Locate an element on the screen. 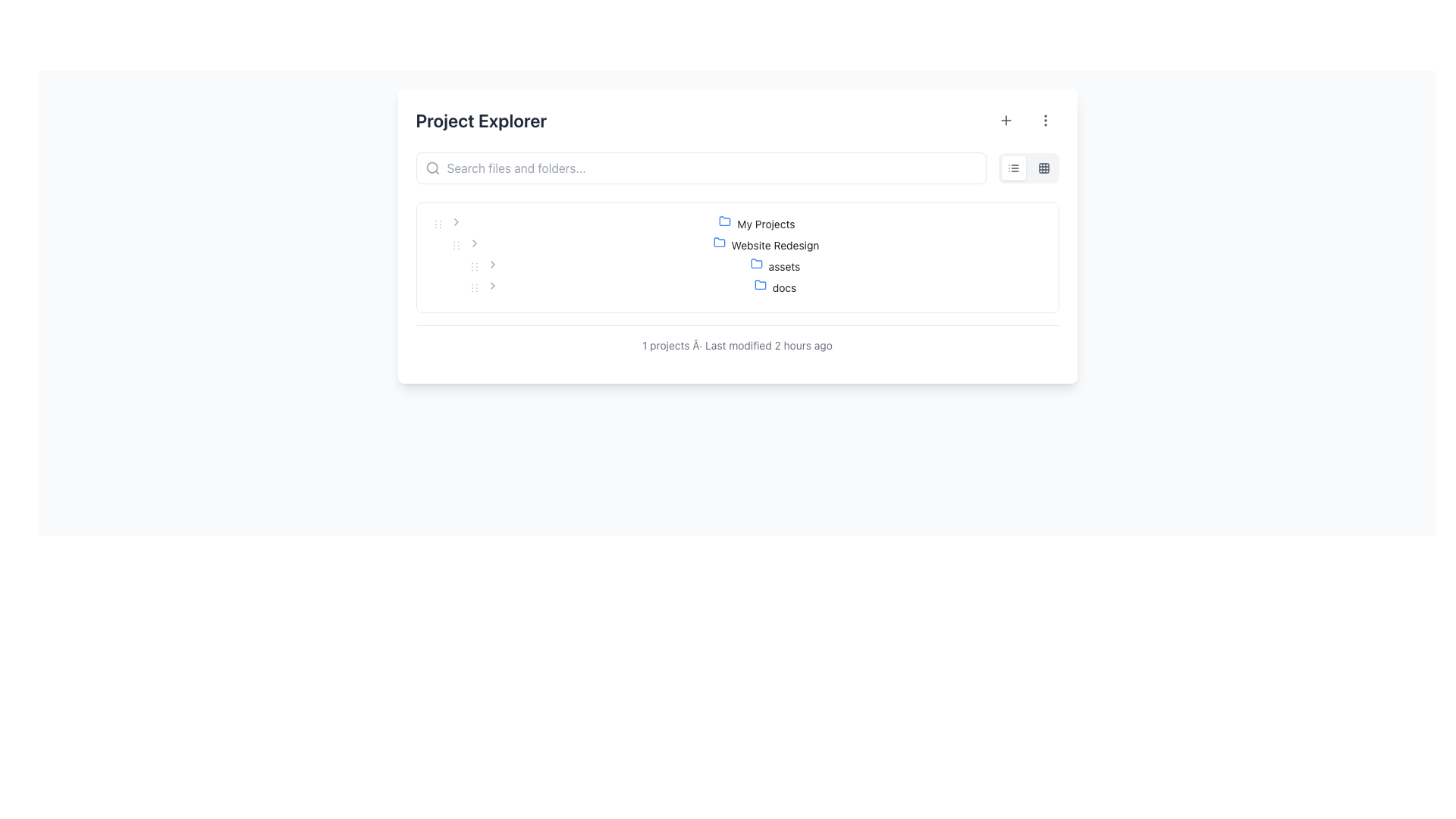  the Grid Cell Icon in the top-left position of the grid layout for additional information is located at coordinates (1043, 168).